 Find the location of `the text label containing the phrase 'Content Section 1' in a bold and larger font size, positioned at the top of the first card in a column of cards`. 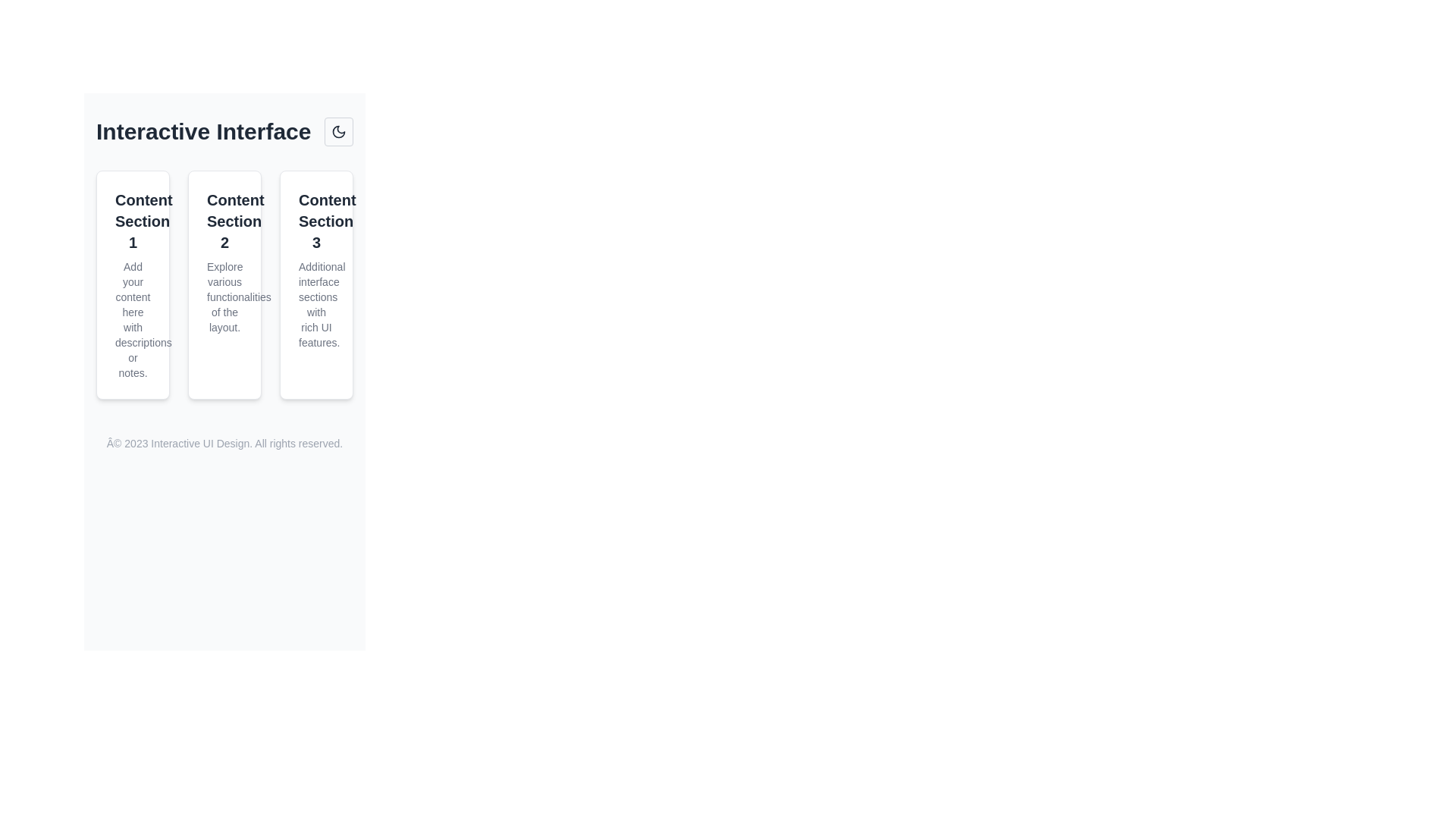

the text label containing the phrase 'Content Section 1' in a bold and larger font size, positioned at the top of the first card in a column of cards is located at coordinates (133, 221).